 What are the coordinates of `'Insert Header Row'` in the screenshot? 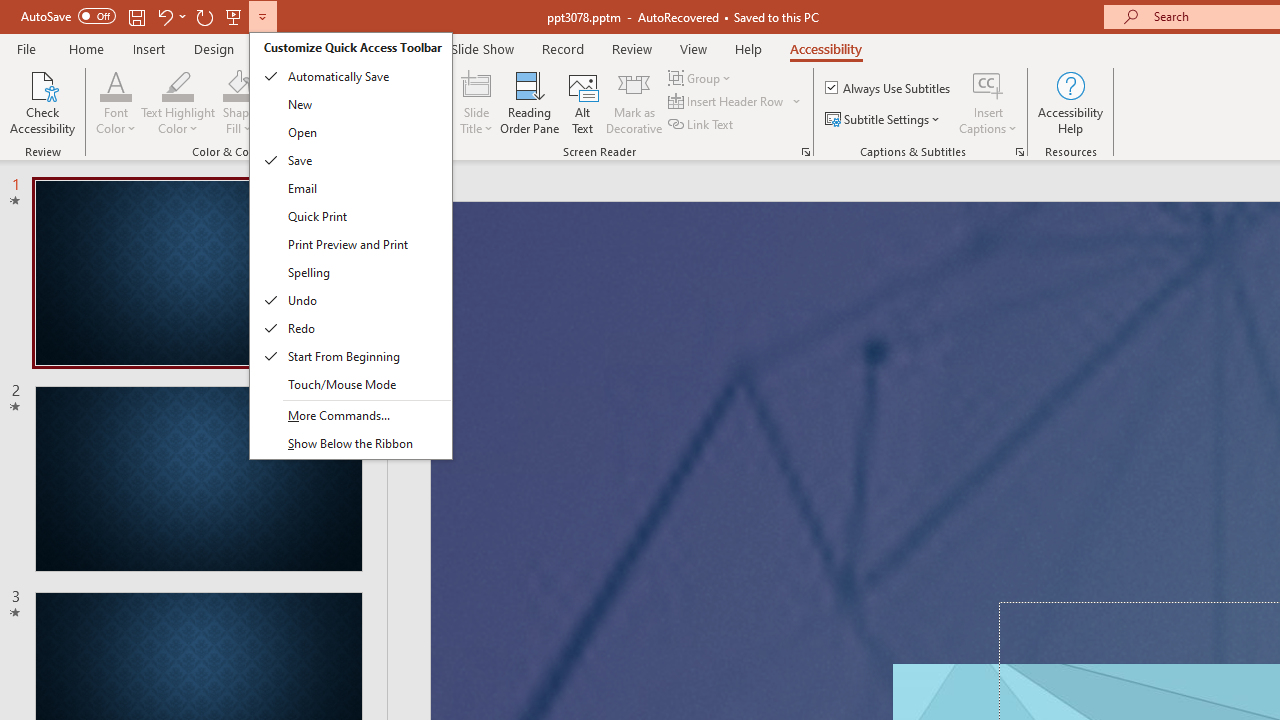 It's located at (726, 101).